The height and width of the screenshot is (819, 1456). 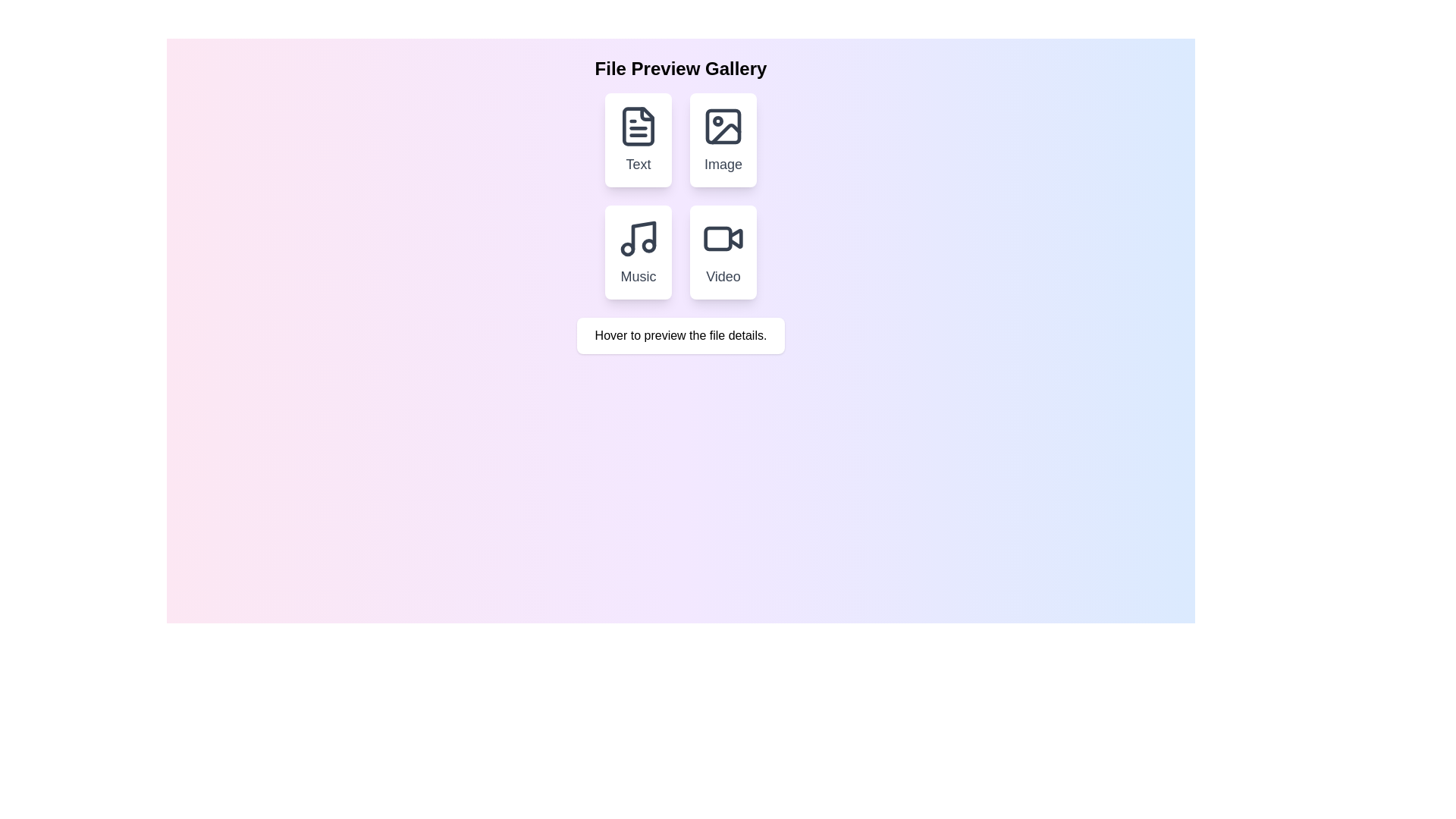 I want to click on the Interactive Card in the 'File Preview Gallery' that features a document icon and bold 'Text' for additional details, so click(x=638, y=140).